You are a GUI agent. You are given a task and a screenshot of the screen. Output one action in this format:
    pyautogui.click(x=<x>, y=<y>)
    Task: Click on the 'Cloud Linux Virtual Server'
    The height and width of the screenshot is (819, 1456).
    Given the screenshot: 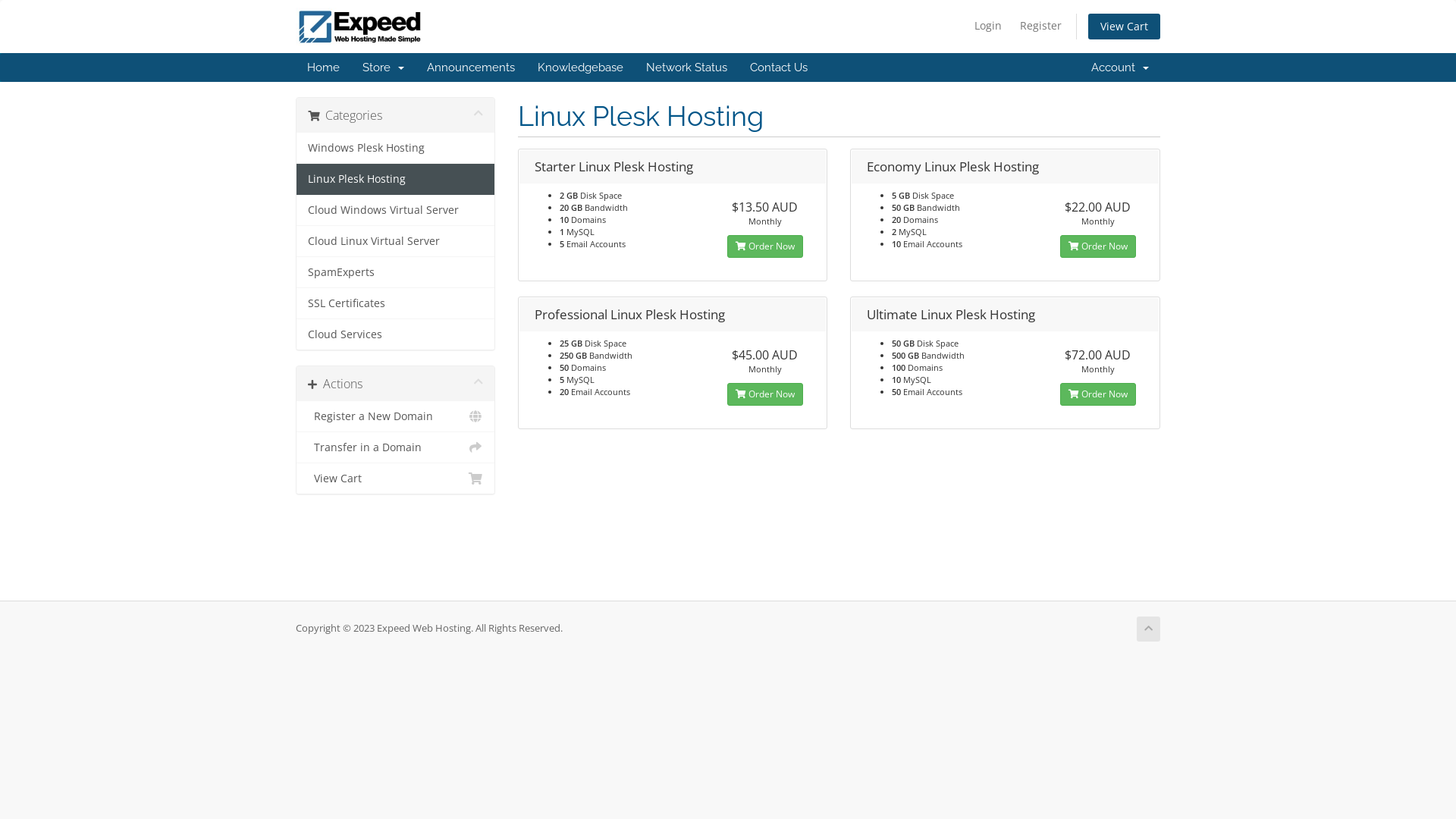 What is the action you would take?
    pyautogui.click(x=296, y=240)
    